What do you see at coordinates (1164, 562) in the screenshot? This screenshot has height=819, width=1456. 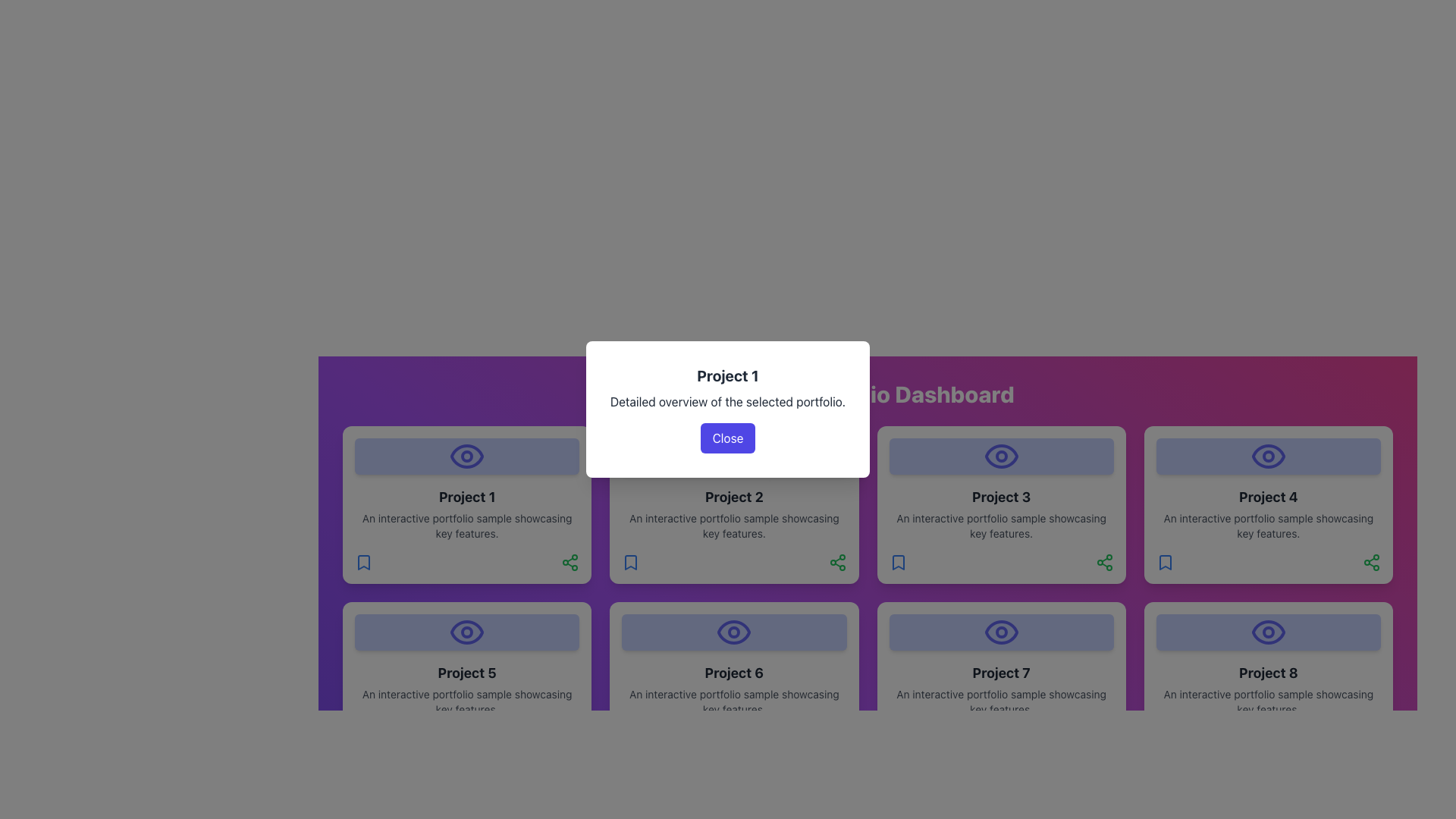 I see `the bookmark icon button with a blue outline located in the bottom-left corner of the 'Project 4' card` at bounding box center [1164, 562].